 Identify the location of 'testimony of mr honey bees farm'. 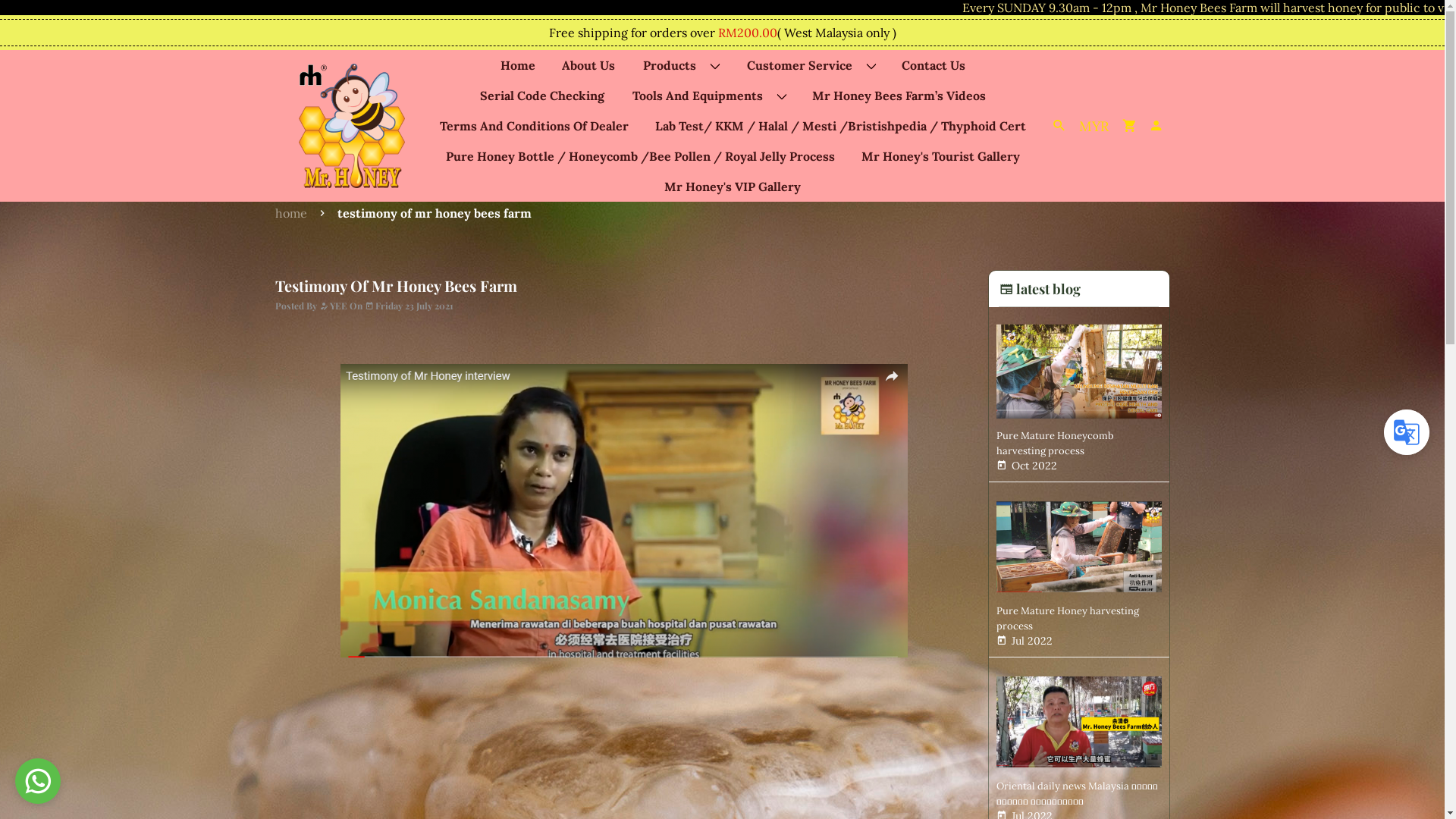
(432, 213).